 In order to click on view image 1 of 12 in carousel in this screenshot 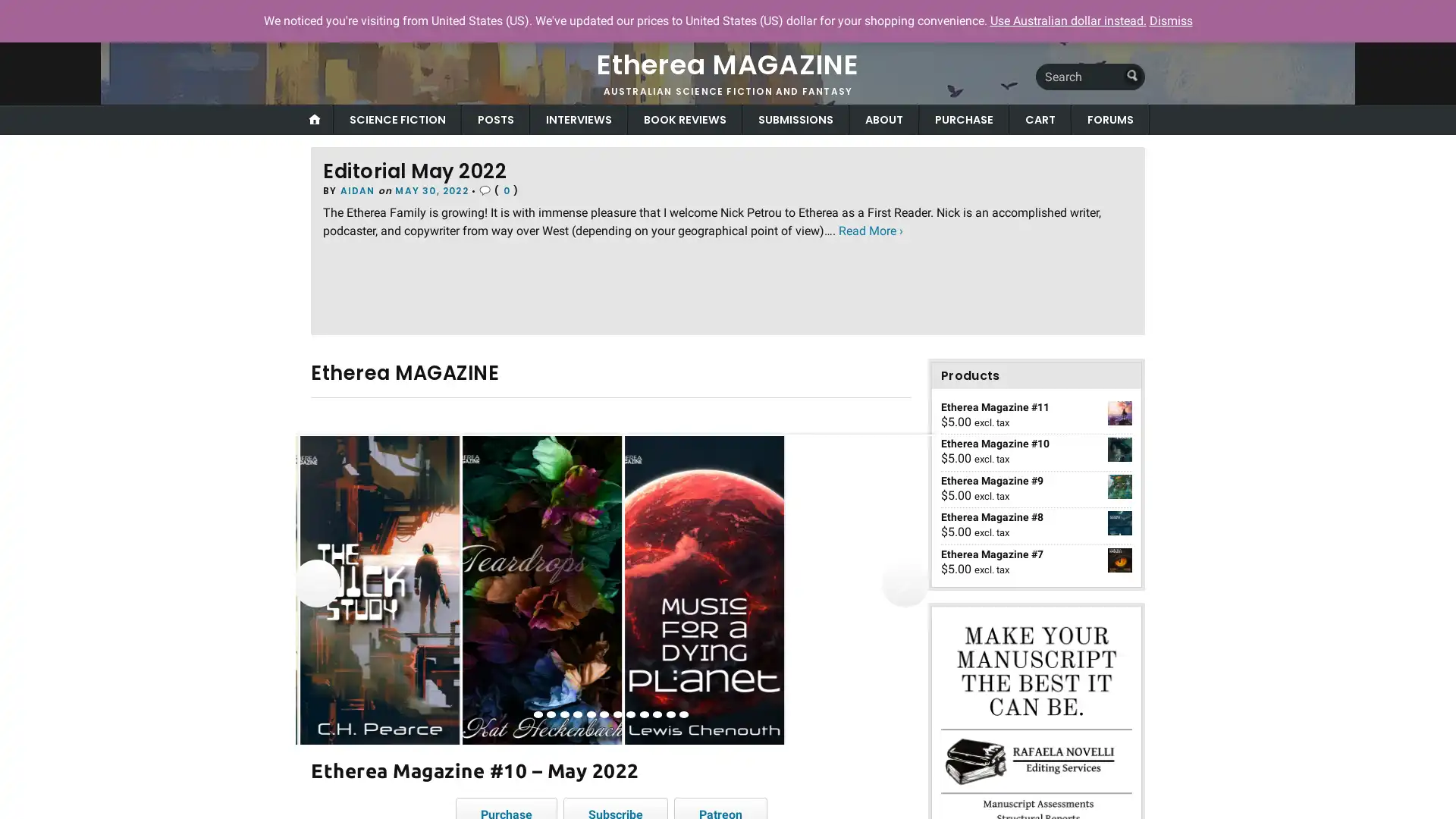, I will do `click(538, 714)`.